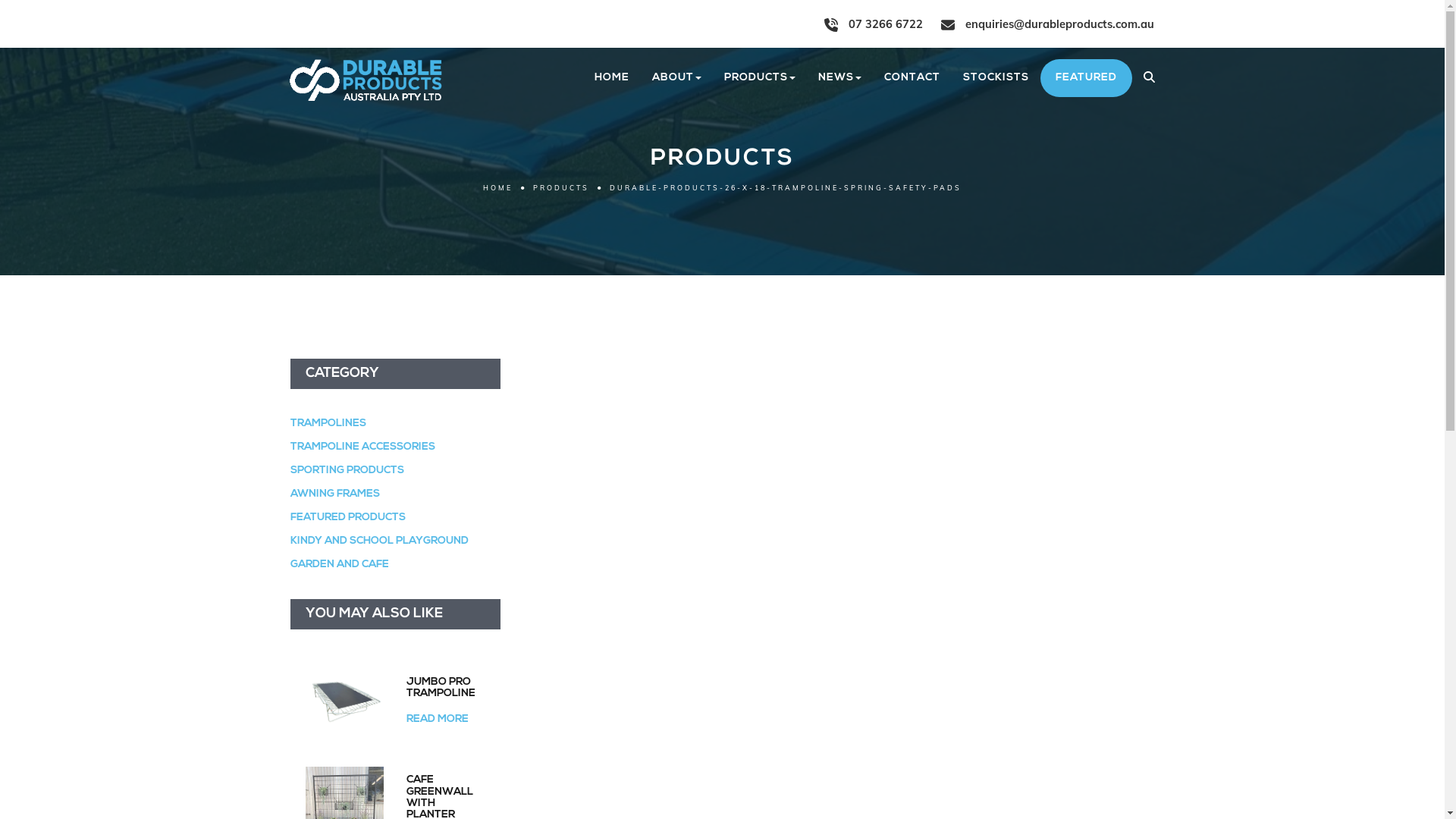  What do you see at coordinates (839, 78) in the screenshot?
I see `'NEWS'` at bounding box center [839, 78].